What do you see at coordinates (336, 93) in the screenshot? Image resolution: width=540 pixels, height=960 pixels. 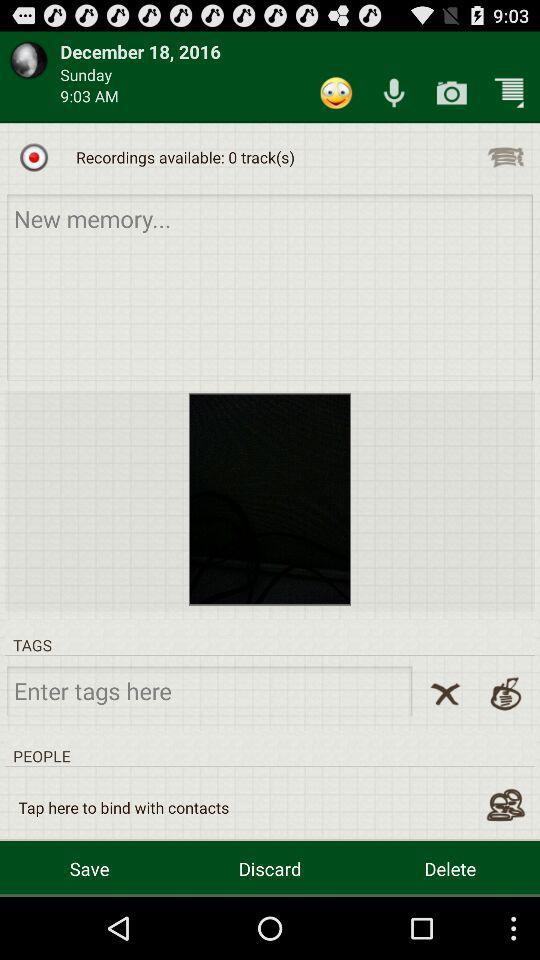 I see `emoji` at bounding box center [336, 93].